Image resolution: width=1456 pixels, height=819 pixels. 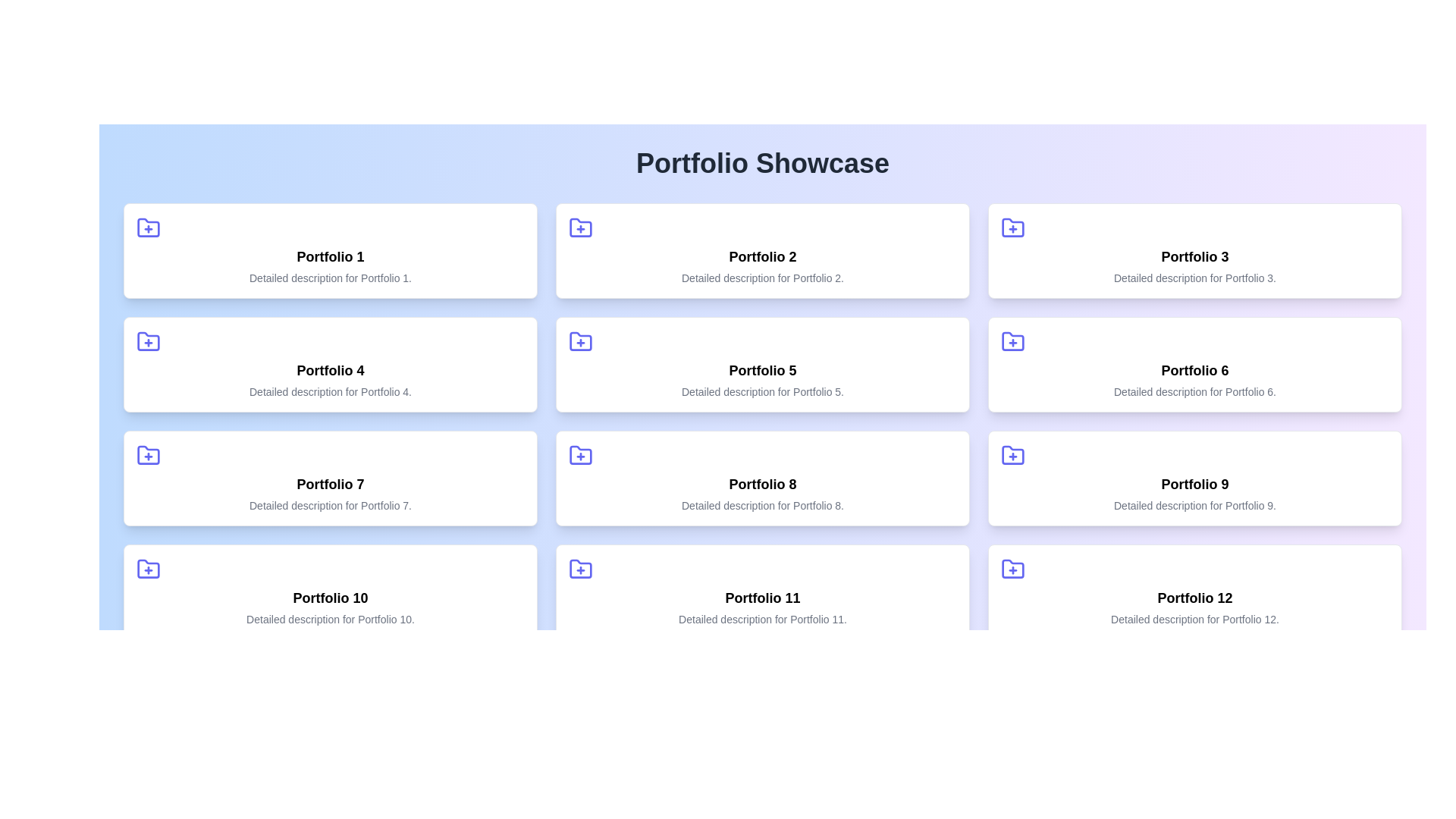 I want to click on text label 'Portfolio 12' which is displayed in bold within the twelfth card in a grid layout, so click(x=1194, y=598).